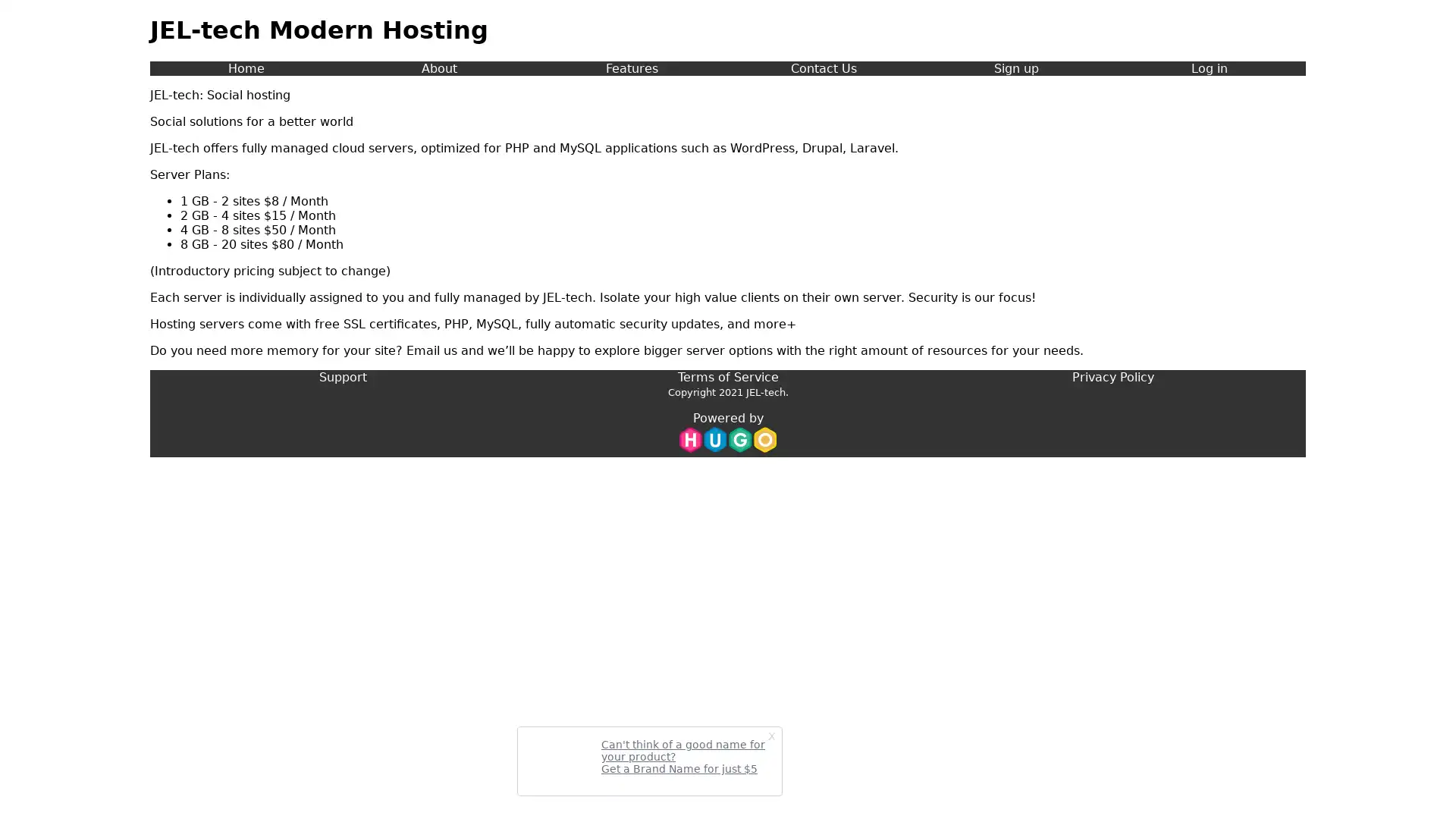 The image size is (1456, 819). I want to click on Open chat widget, so click(1421, 784).